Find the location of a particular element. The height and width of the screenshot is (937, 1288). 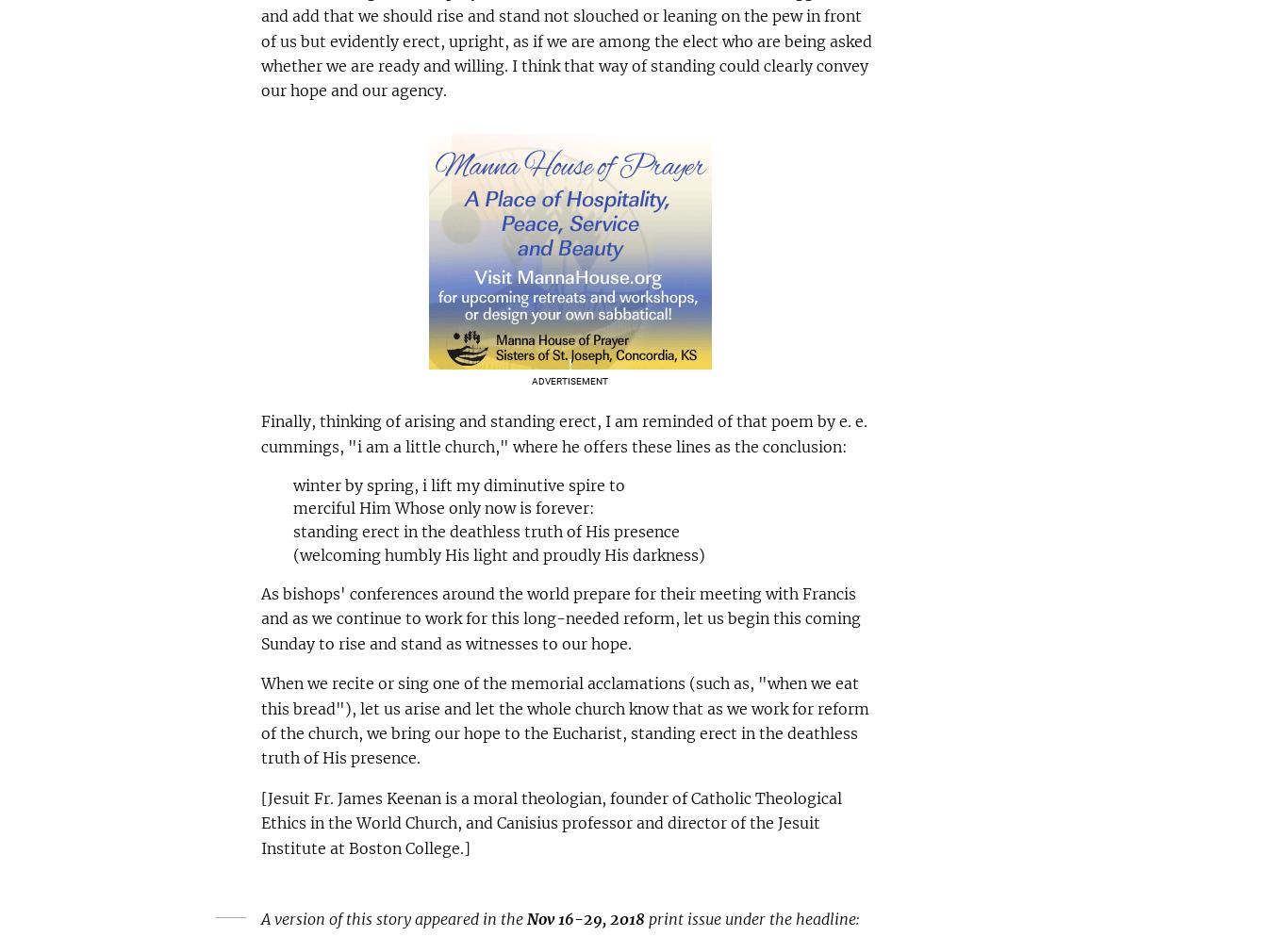

'winter by spring, i lift my diminutive spire to' is located at coordinates (458, 484).